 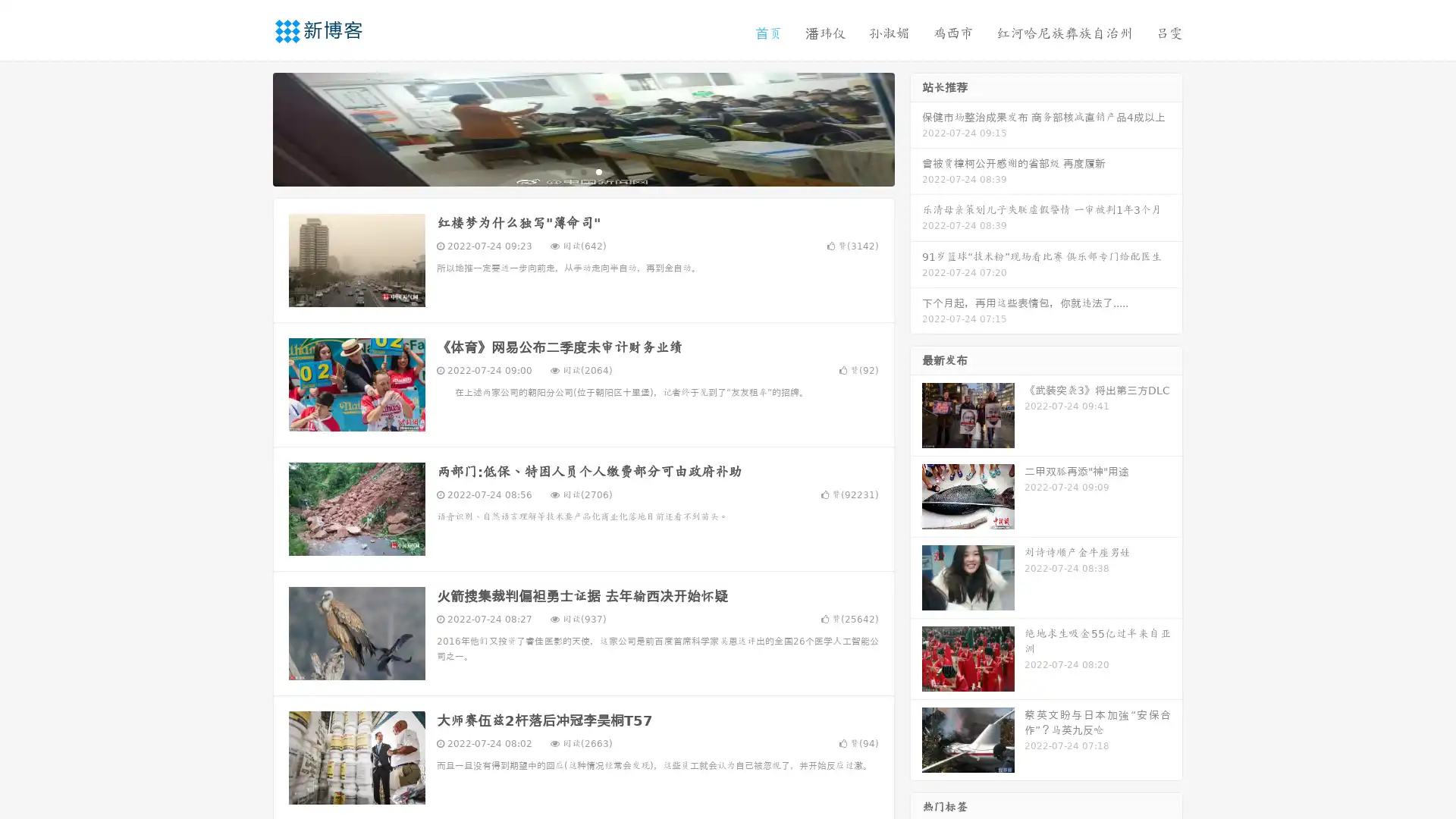 What do you see at coordinates (567, 171) in the screenshot?
I see `Go to slide 1` at bounding box center [567, 171].